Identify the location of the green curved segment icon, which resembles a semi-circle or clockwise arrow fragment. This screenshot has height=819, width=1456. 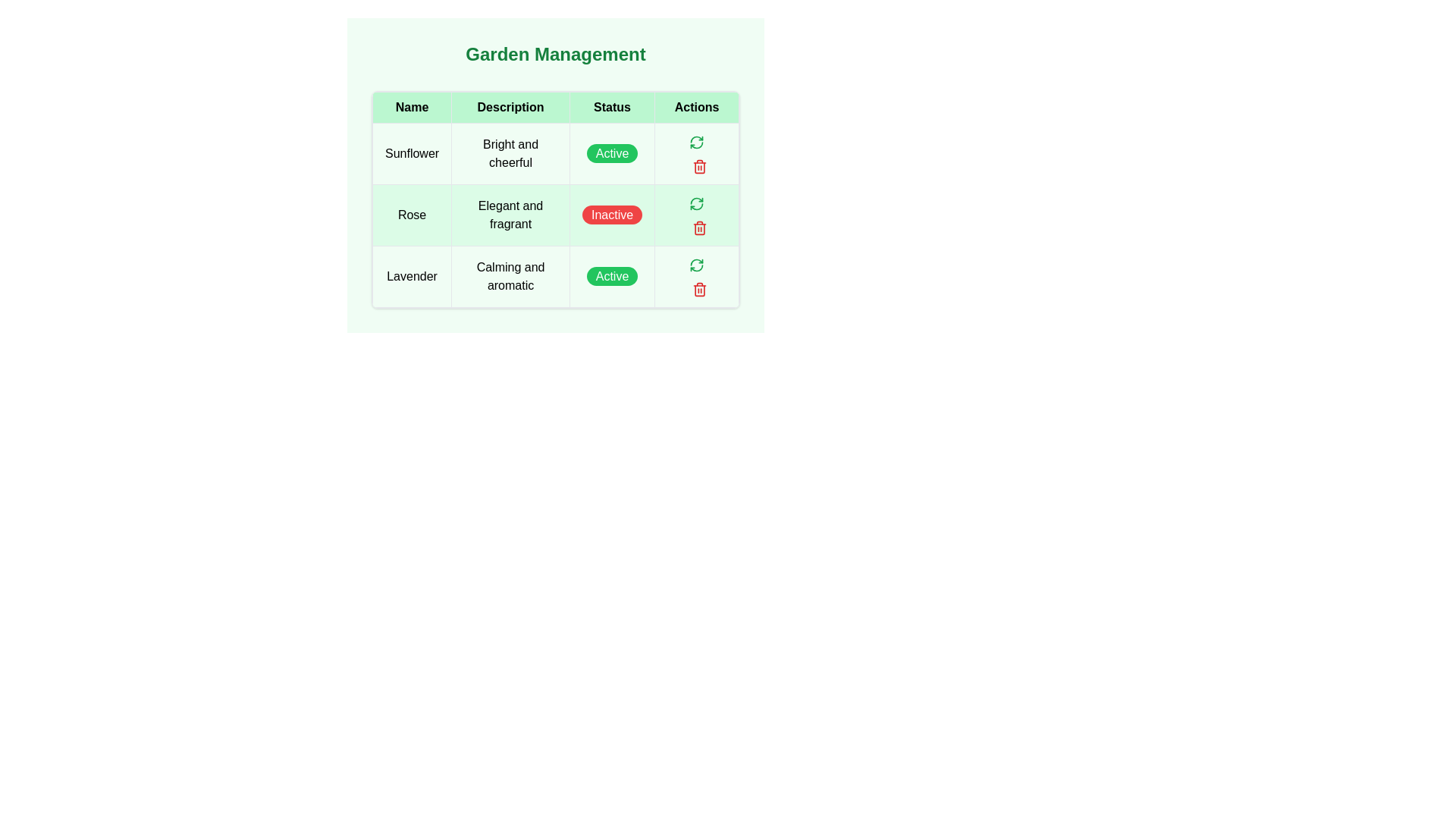
(696, 145).